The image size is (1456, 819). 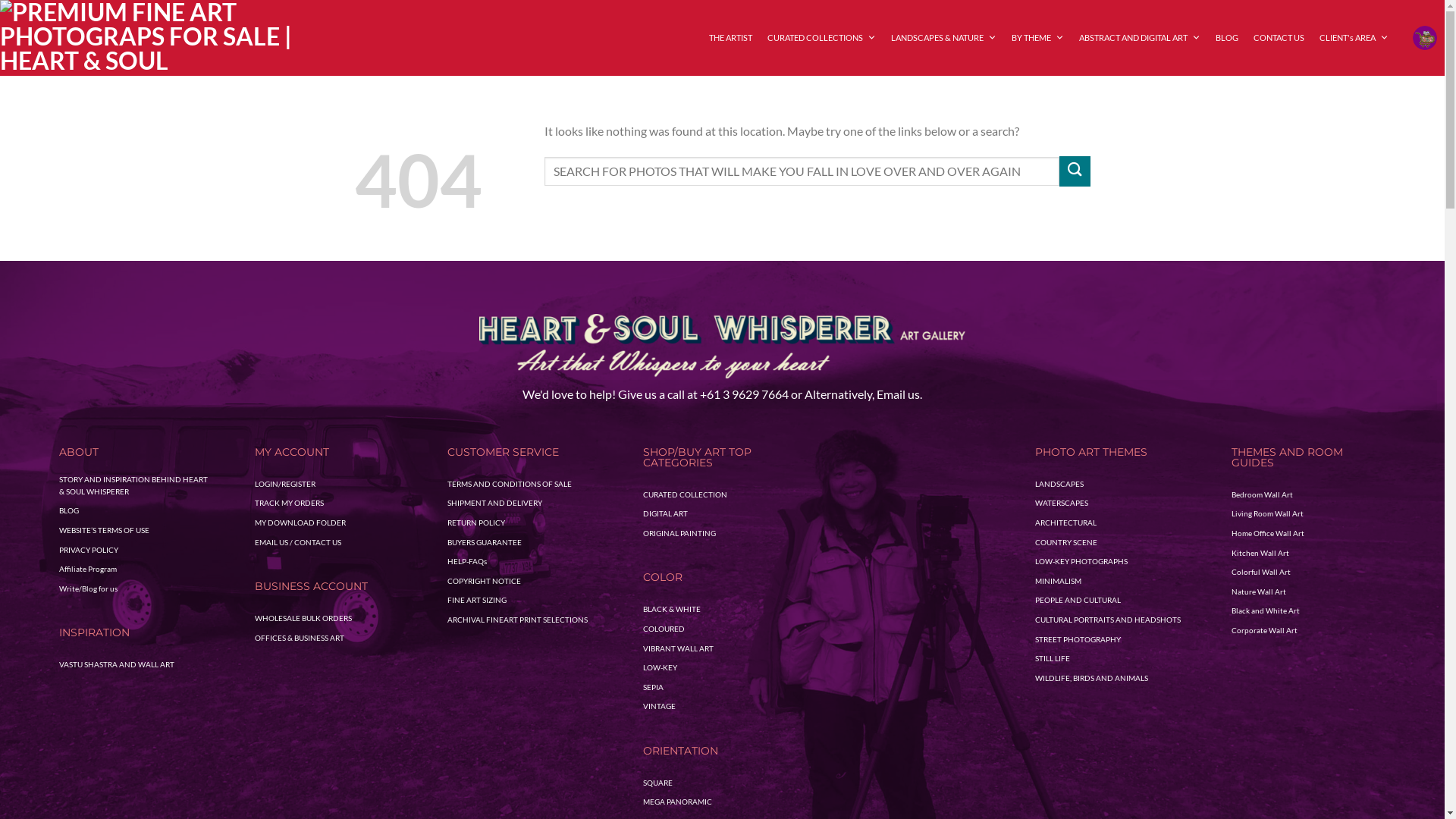 I want to click on 'CONTACT US', so click(x=1245, y=37).